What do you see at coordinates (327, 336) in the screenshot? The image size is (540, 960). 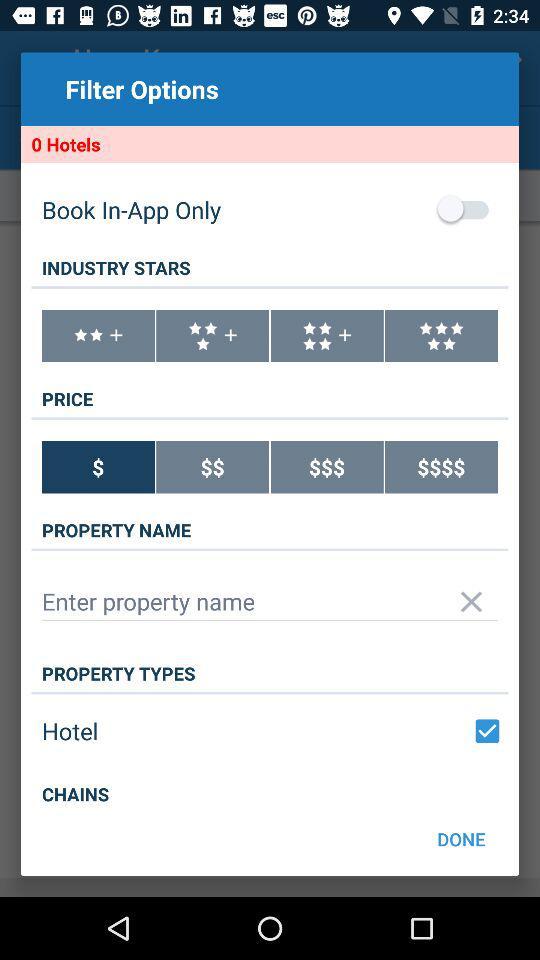 I see `4 stars` at bounding box center [327, 336].